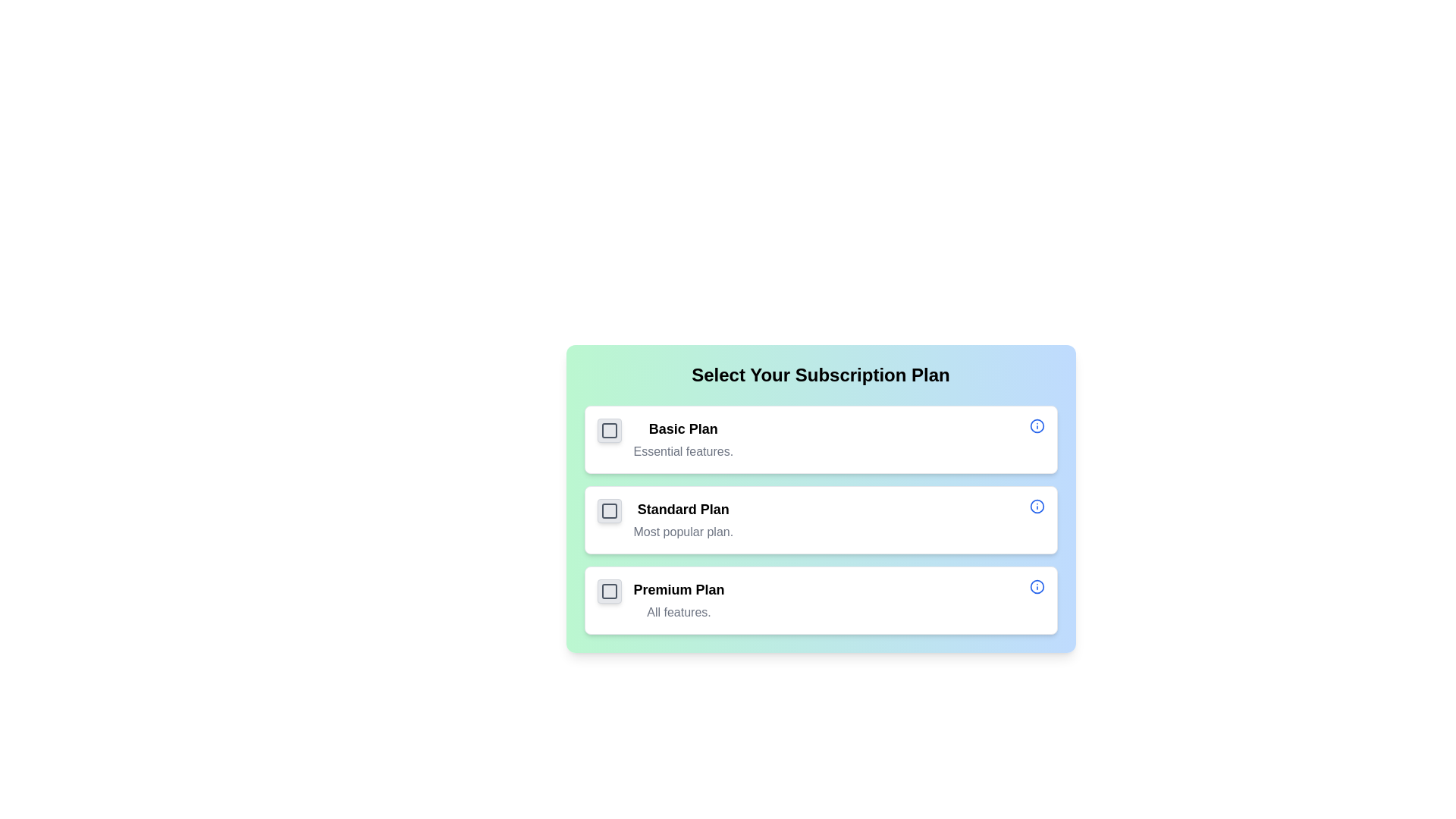 The height and width of the screenshot is (819, 1456). What do you see at coordinates (609, 430) in the screenshot?
I see `the checkbox selector for the 'Basic Plan' option` at bounding box center [609, 430].